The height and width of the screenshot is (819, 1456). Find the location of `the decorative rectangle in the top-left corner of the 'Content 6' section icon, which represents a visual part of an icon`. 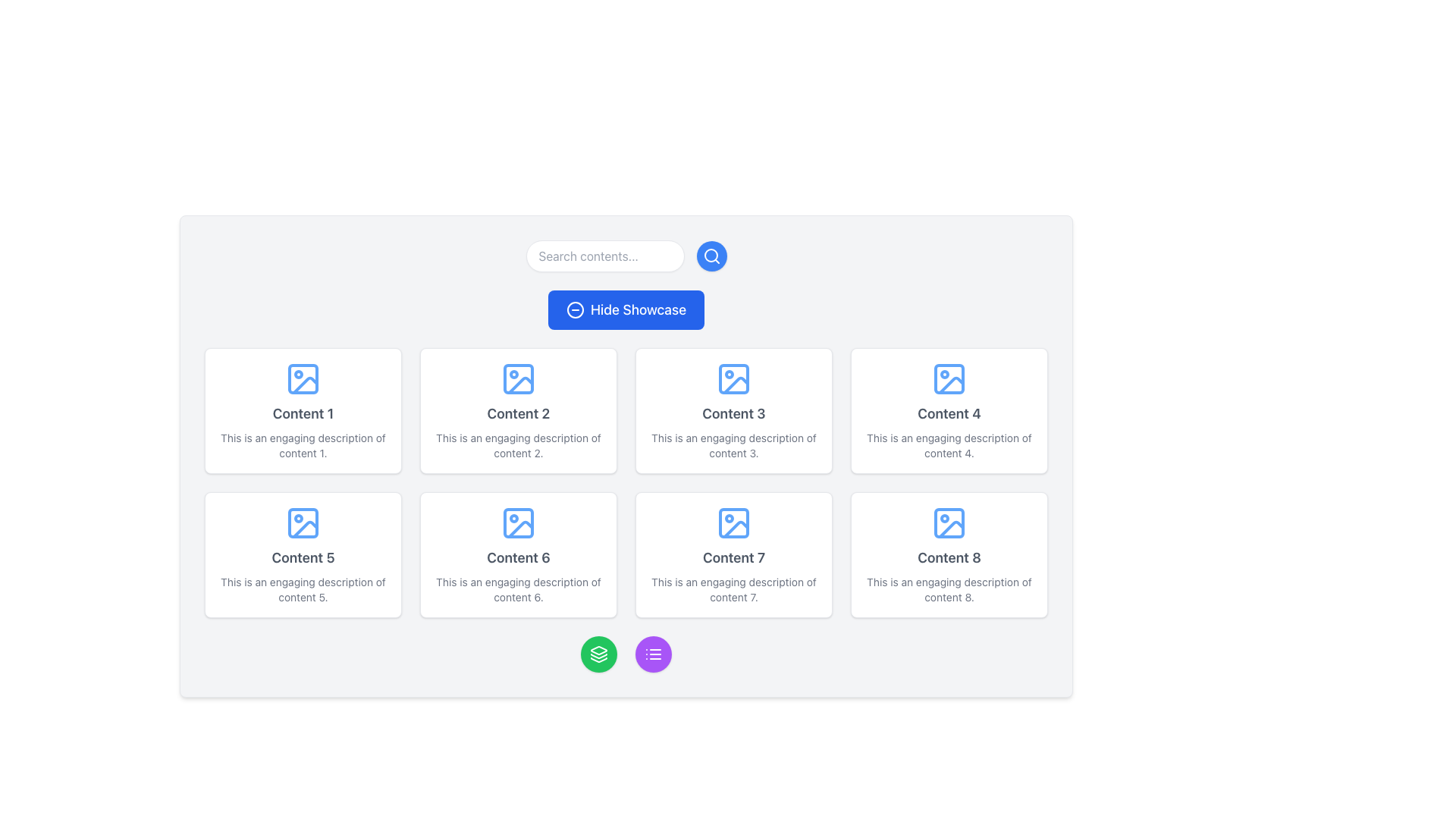

the decorative rectangle in the top-left corner of the 'Content 6' section icon, which represents a visual part of an icon is located at coordinates (519, 522).